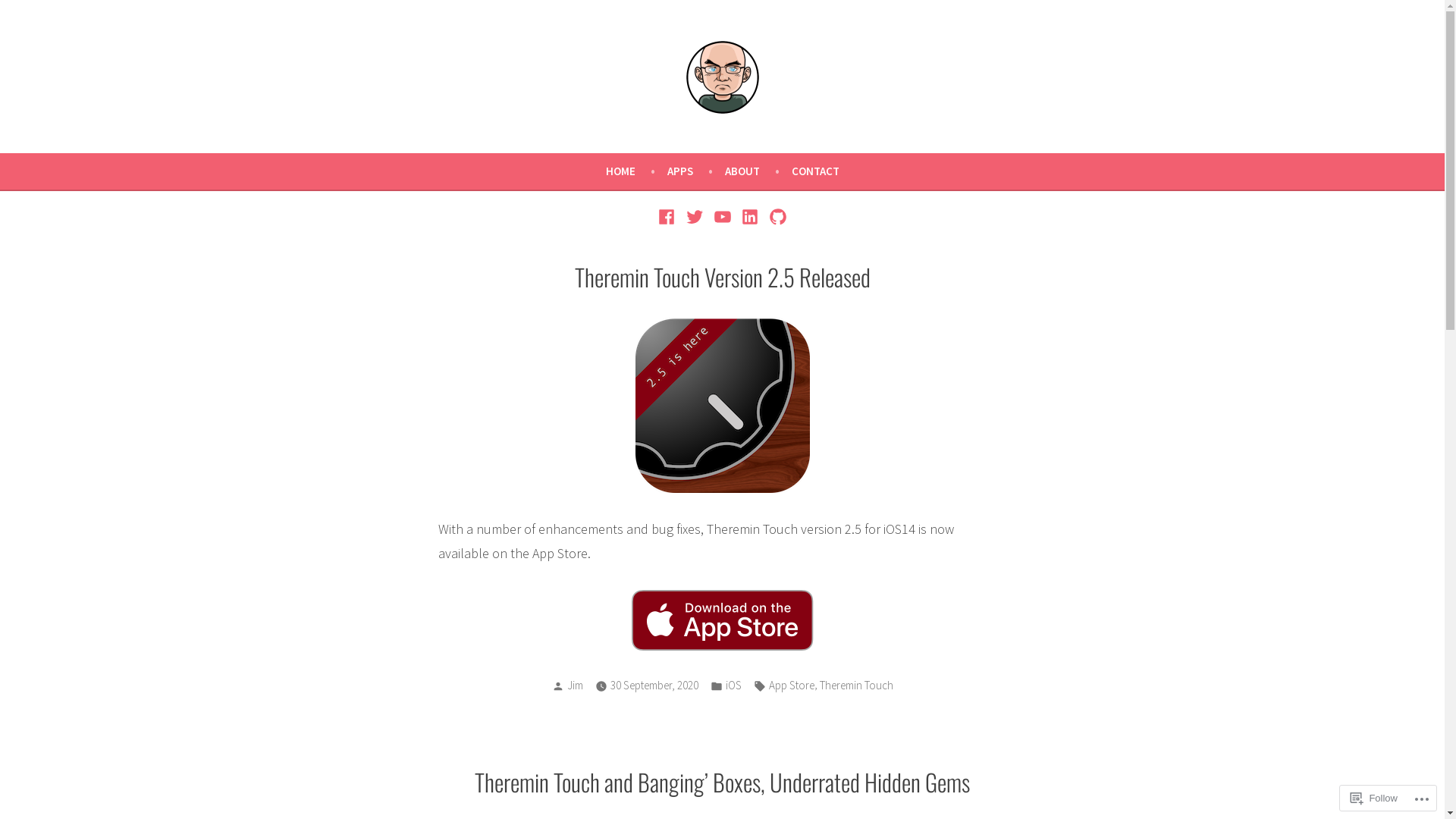 This screenshot has width=1456, height=819. I want to click on 'HOME', so click(635, 171).